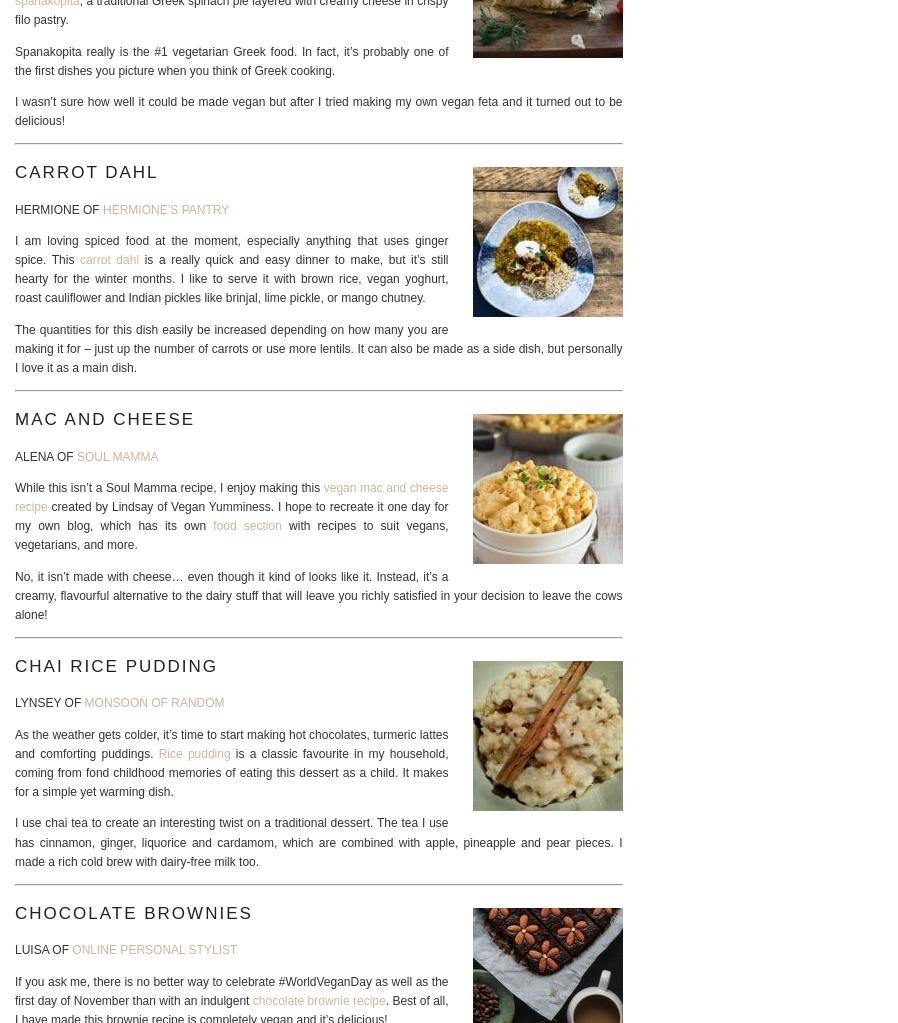  Describe the element at coordinates (168, 487) in the screenshot. I see `'While this isn’t a Soul Mamma recipe, I enjoy making this'` at that location.